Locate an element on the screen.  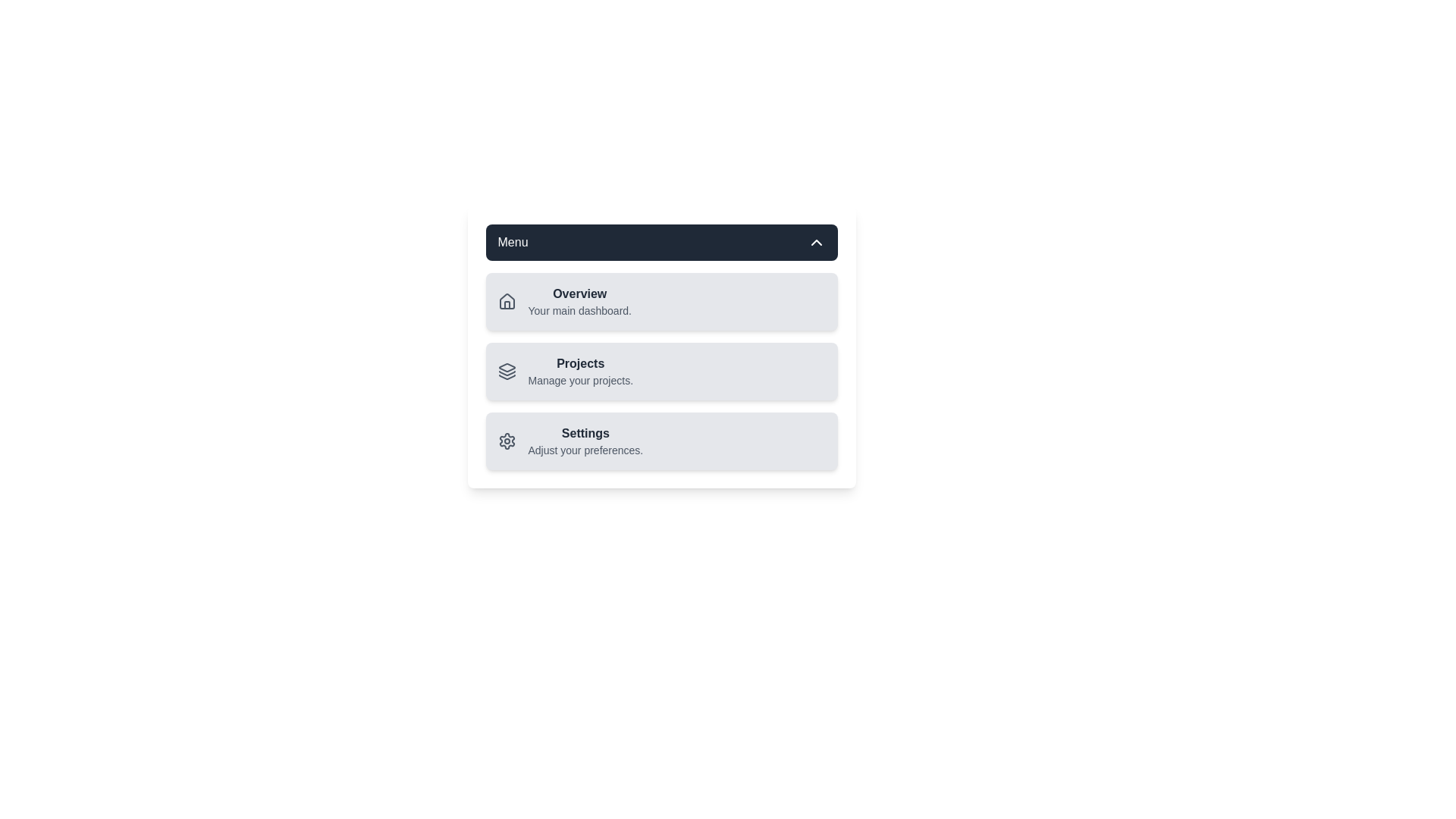
the menu item Overview from the list is located at coordinates (563, 301).